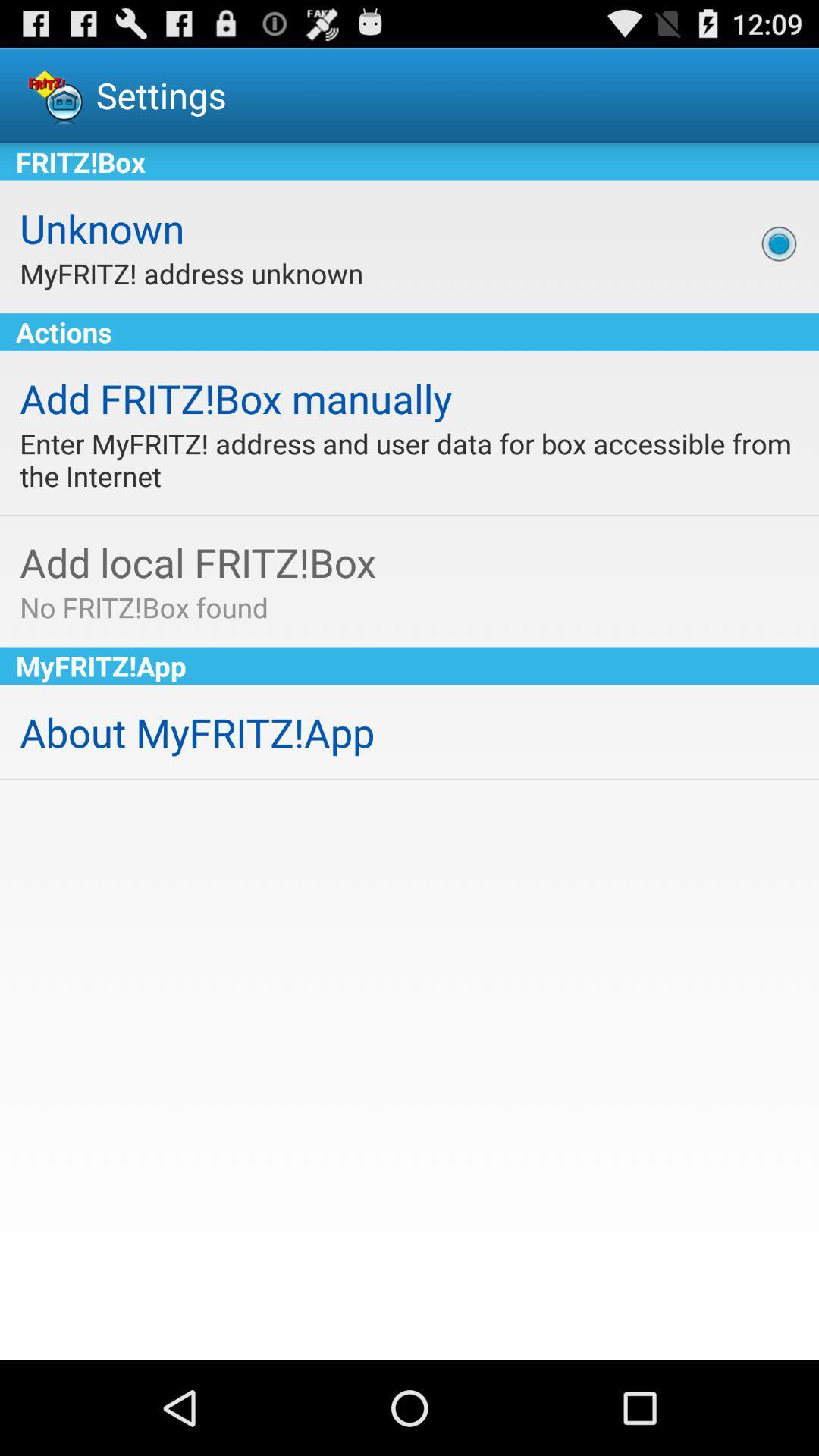  I want to click on icon above the add fritz box app, so click(409, 331).